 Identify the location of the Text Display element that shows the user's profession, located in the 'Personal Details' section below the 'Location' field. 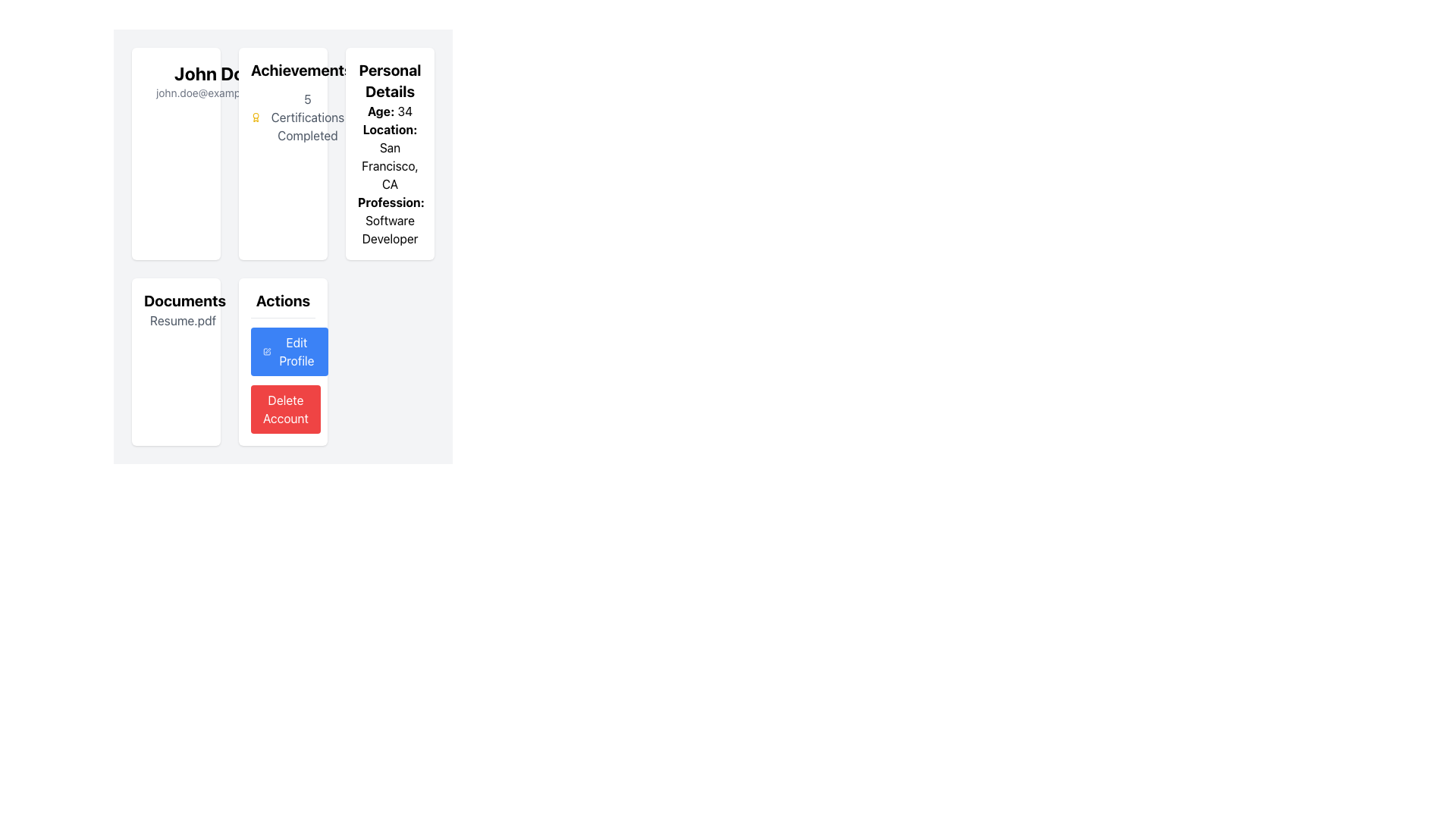
(390, 220).